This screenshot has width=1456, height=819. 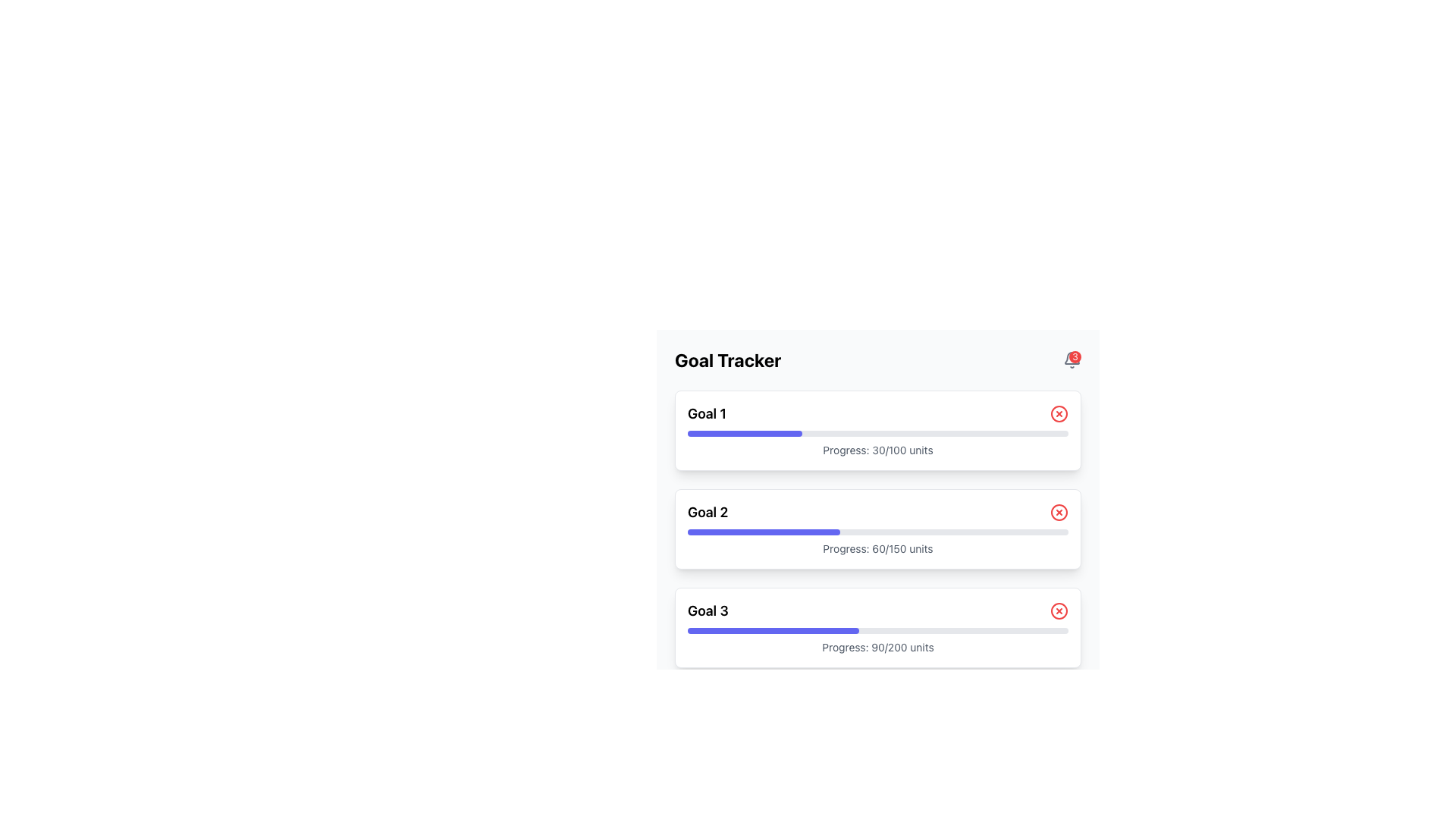 I want to click on text content from the Text Label that displays the progress of a goal, located centrally below the progress bar, so click(x=877, y=647).